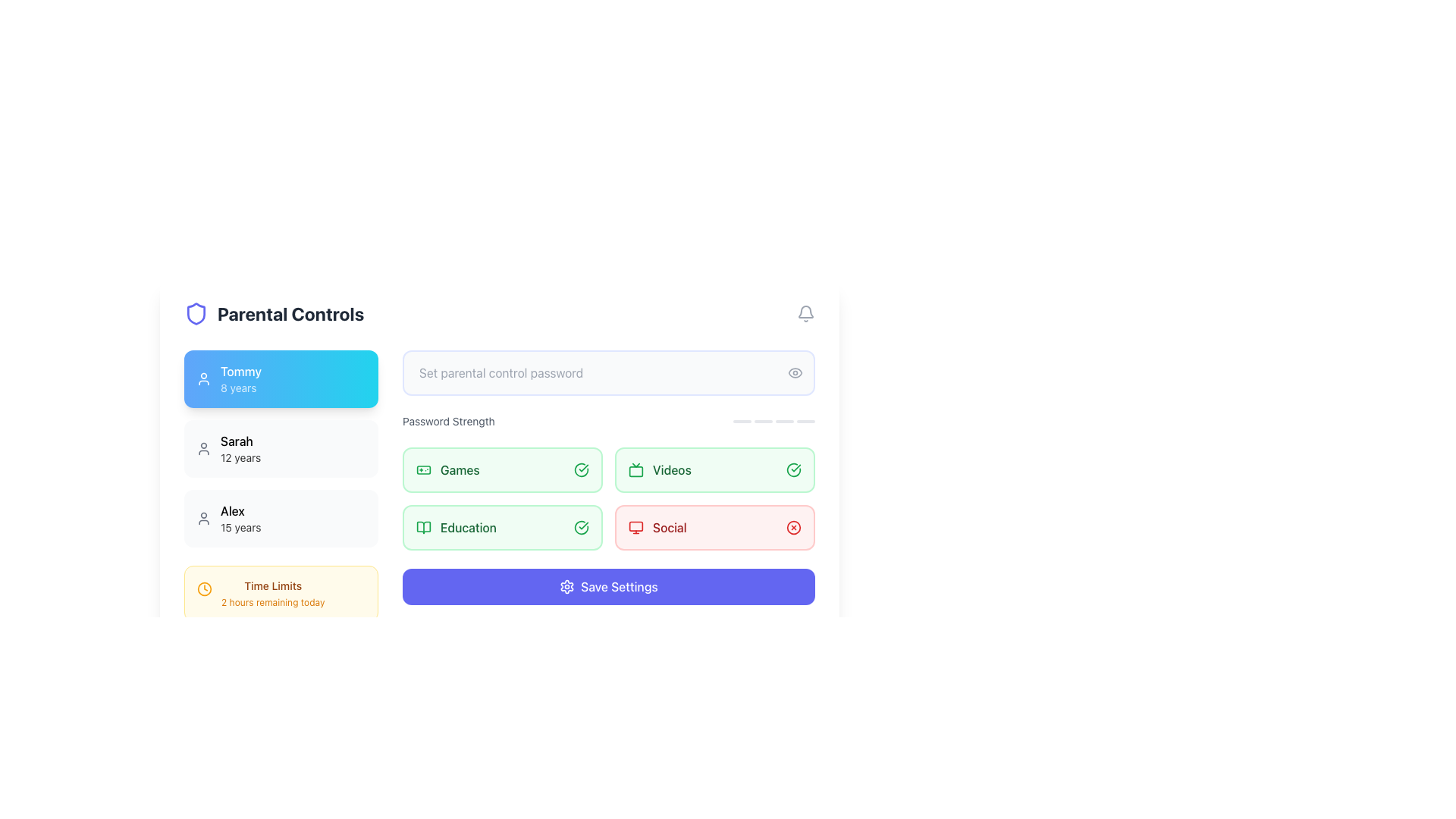 This screenshot has width=1456, height=819. What do you see at coordinates (274, 312) in the screenshot?
I see `the Text Label with an Accompanying Icon that represents parental controls, located next to a shield-shaped icon` at bounding box center [274, 312].